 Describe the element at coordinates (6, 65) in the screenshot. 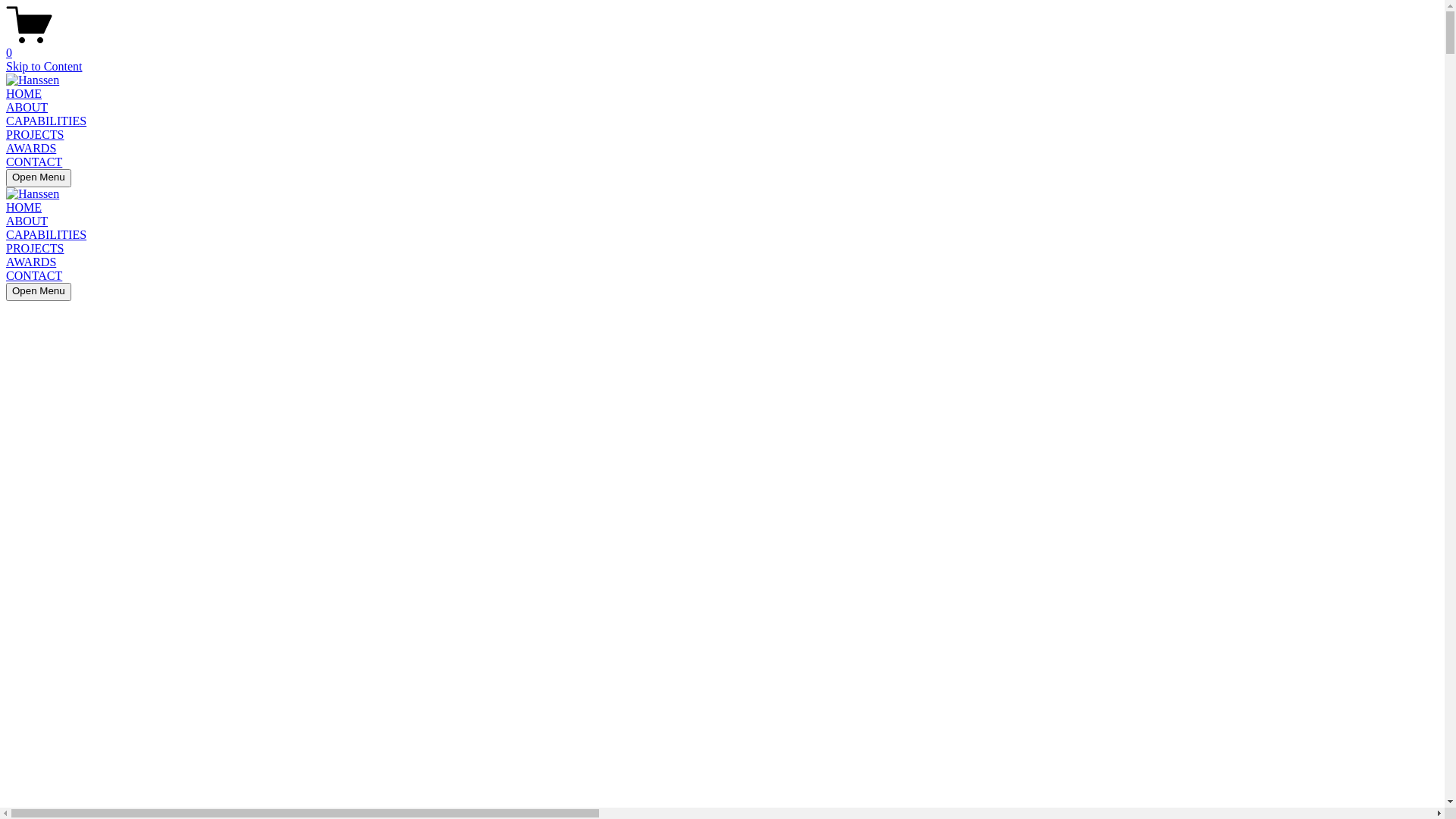

I see `'Skip to Content'` at that location.